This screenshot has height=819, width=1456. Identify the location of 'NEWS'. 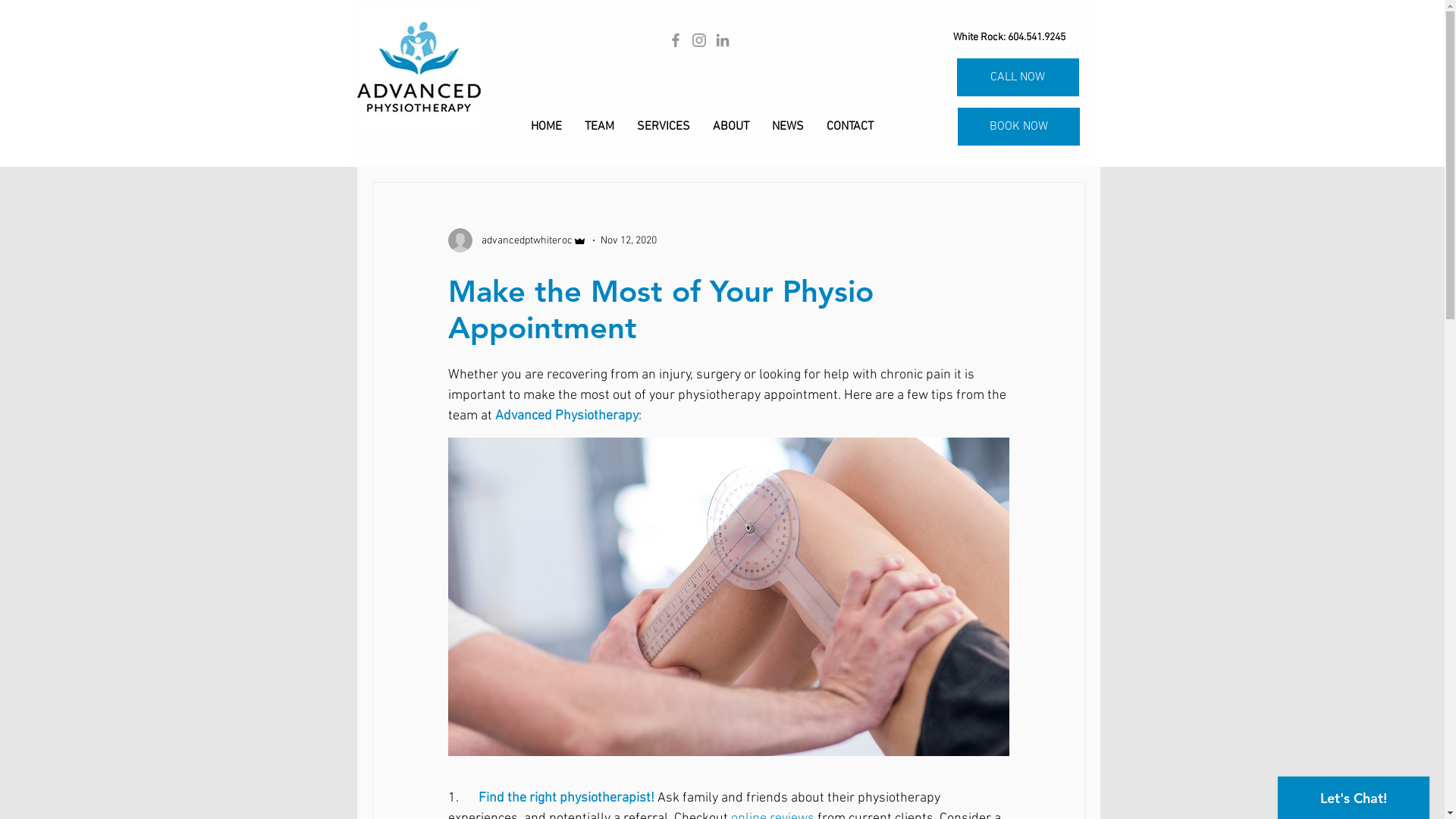
(786, 125).